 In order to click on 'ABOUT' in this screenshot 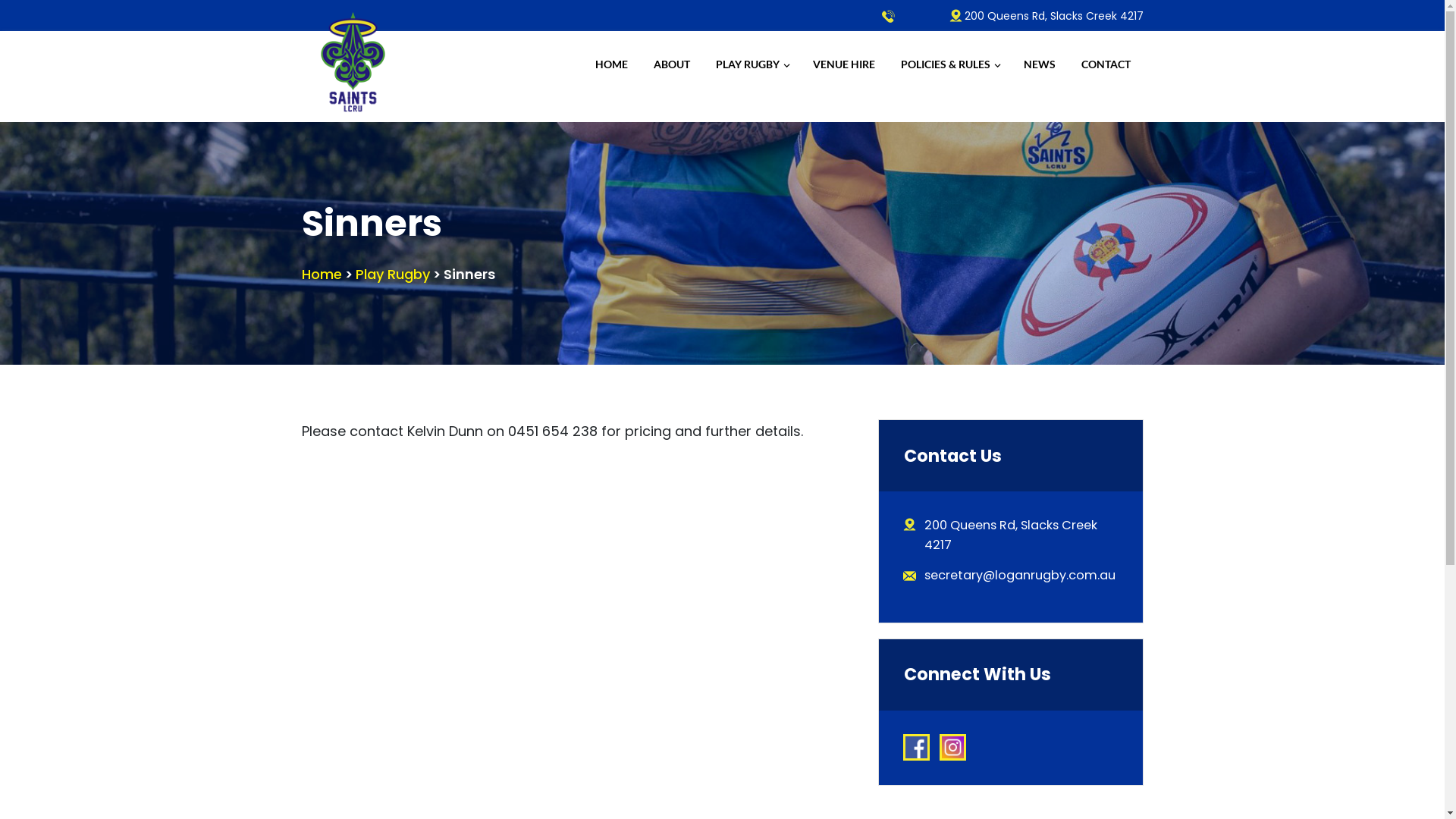, I will do `click(640, 63)`.